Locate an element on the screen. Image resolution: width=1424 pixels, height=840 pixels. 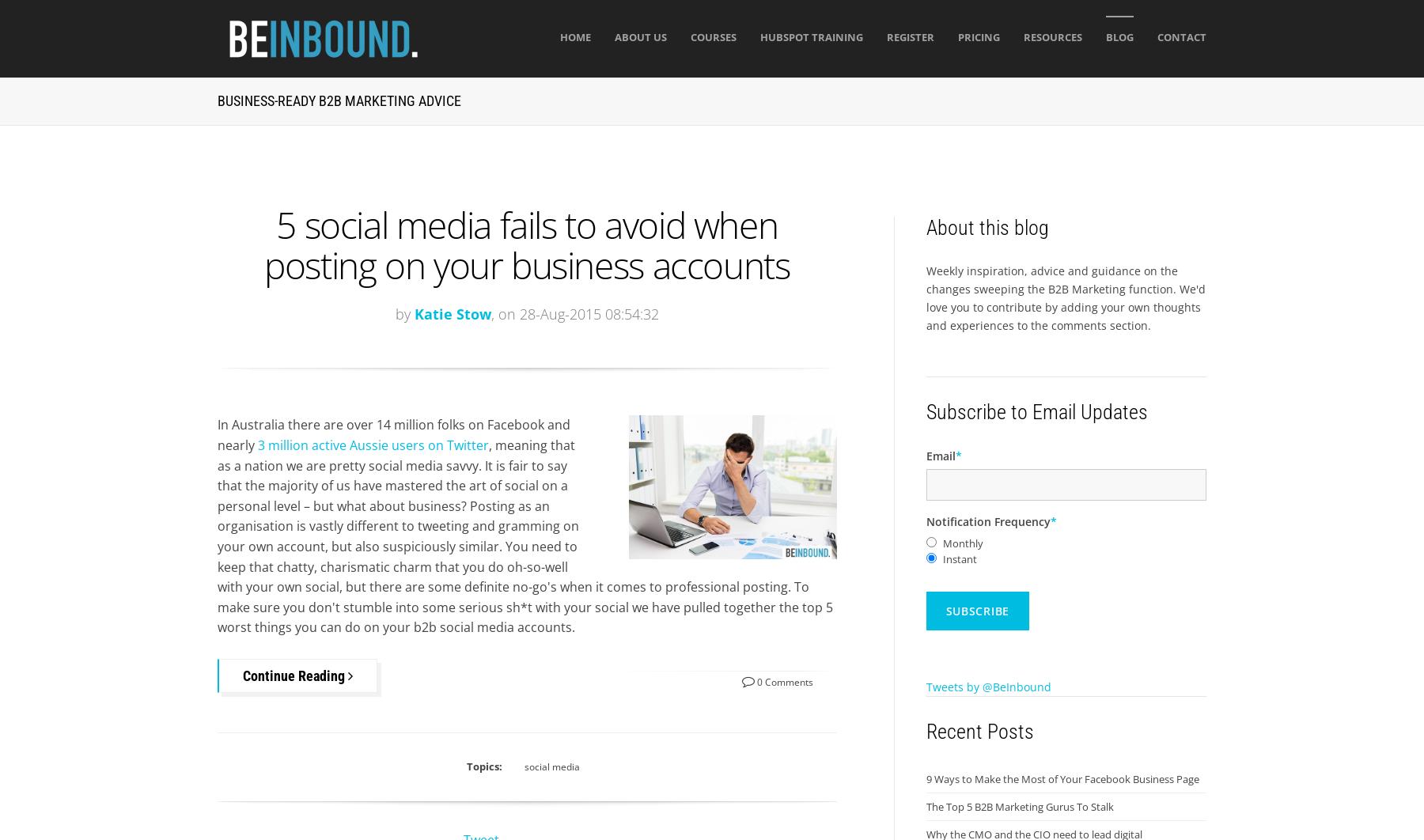
'Weekly inspiration, advice and guidance on the changes sweeping the B2B Marketing function. We'd love you to contribute by adding your own thoughts and experiences to the comments section.' is located at coordinates (1065, 297).